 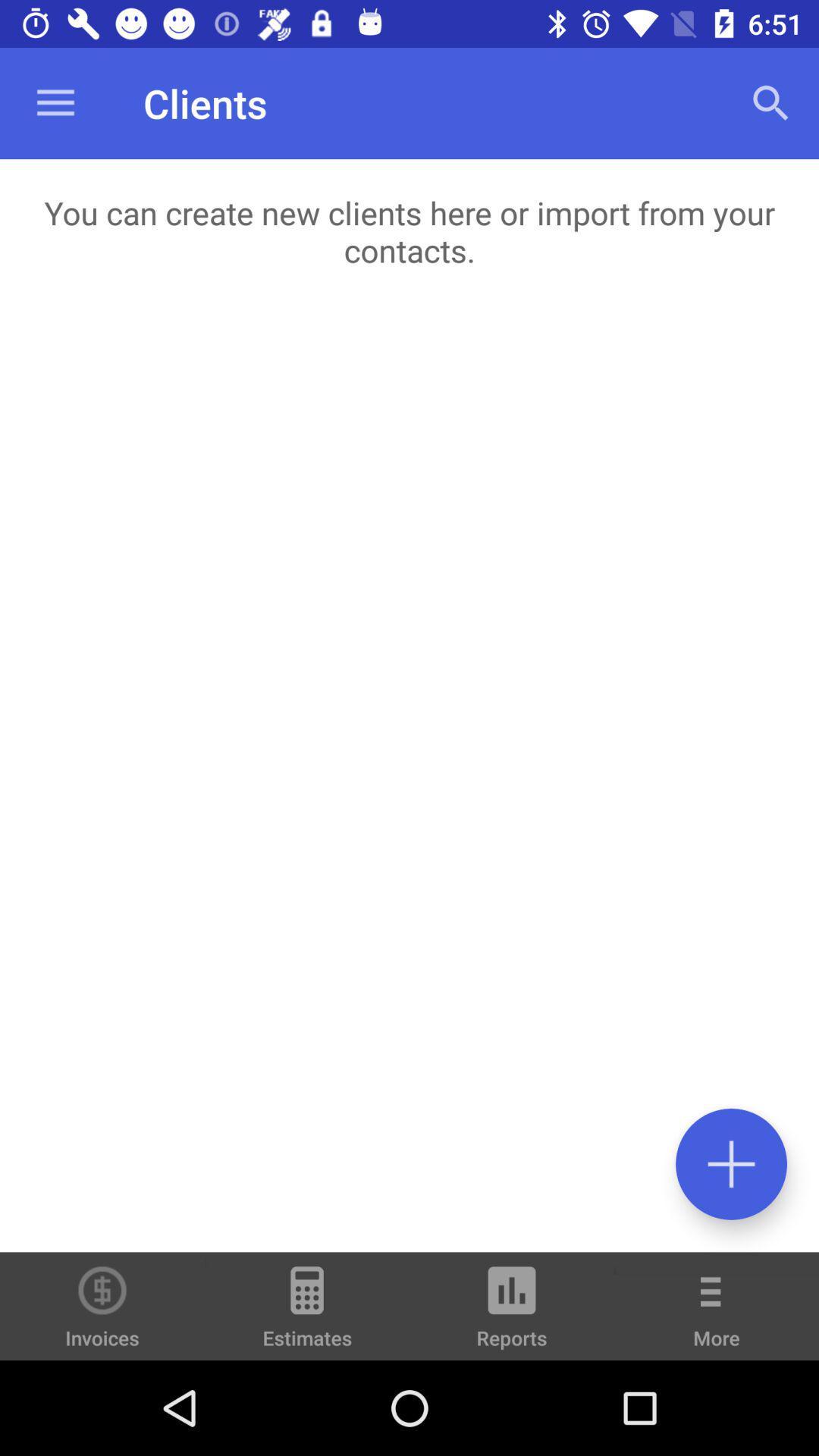 I want to click on the item below you can create, so click(x=409, y=777).